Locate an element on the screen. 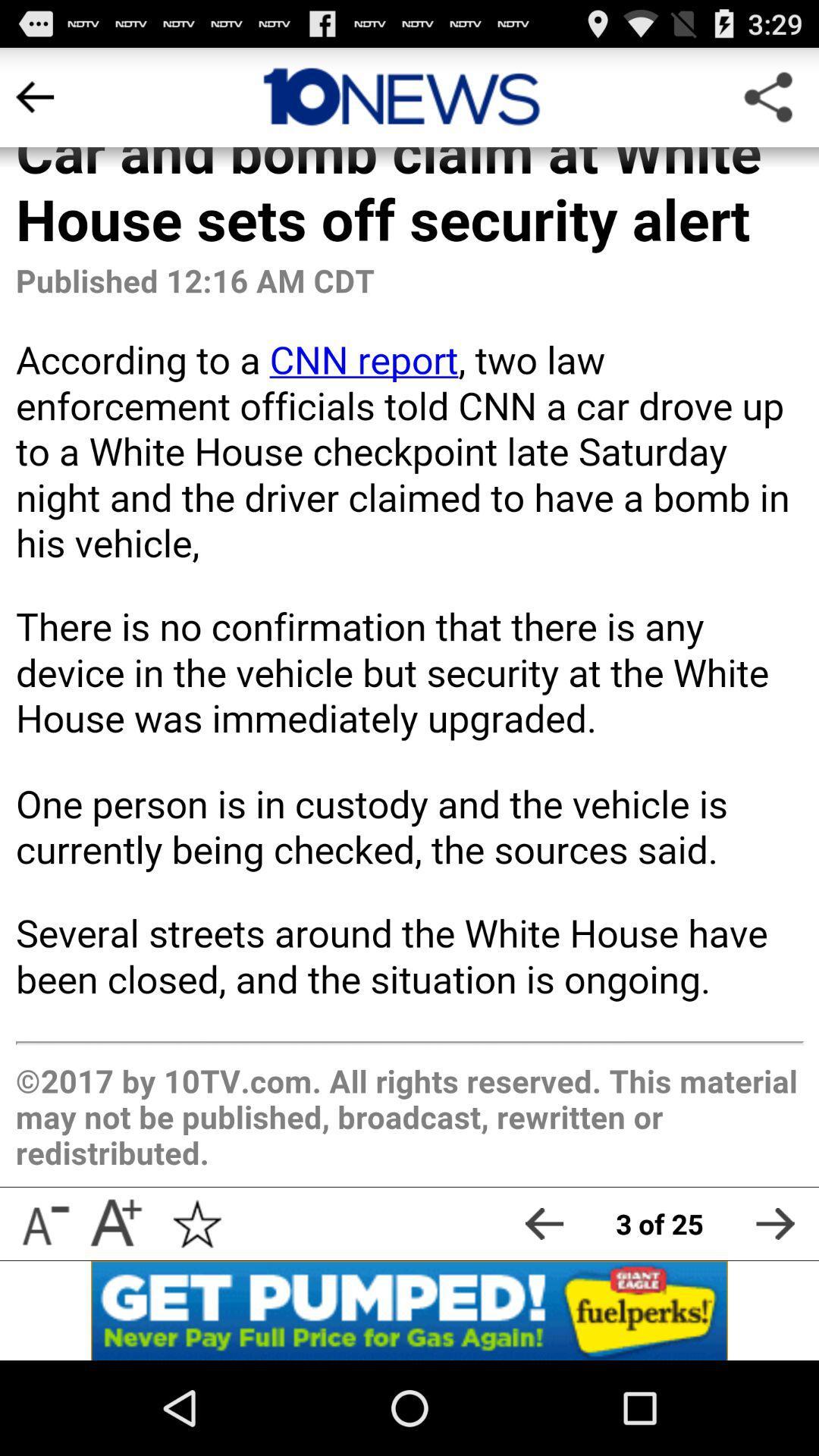 The height and width of the screenshot is (1456, 819). increase text size is located at coordinates (115, 1223).